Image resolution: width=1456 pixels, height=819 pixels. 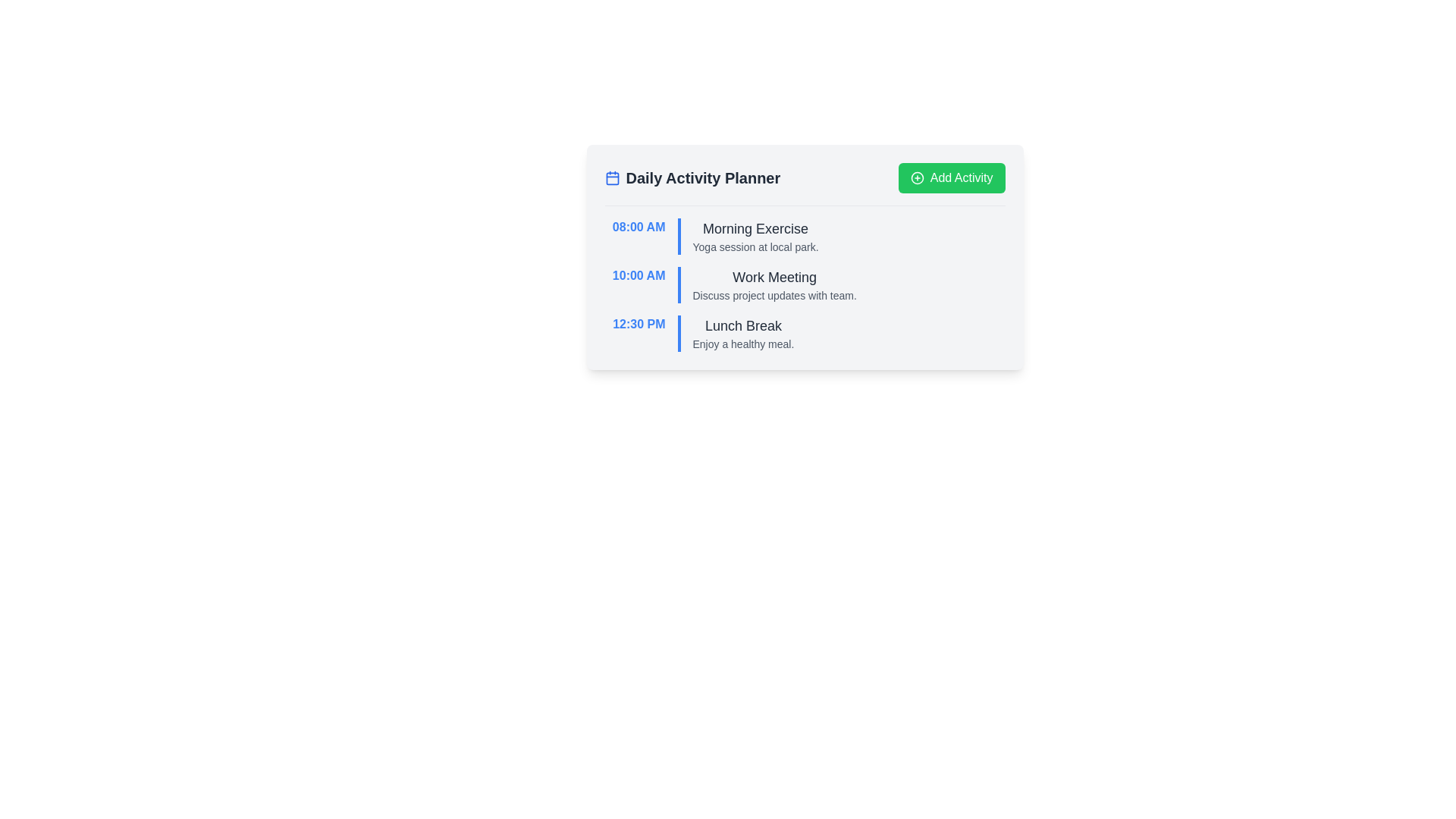 I want to click on the Text Label representing the title of the scheduled activity at '10:00 AM' in the 'Daily Activity Planner' interface, so click(x=774, y=278).